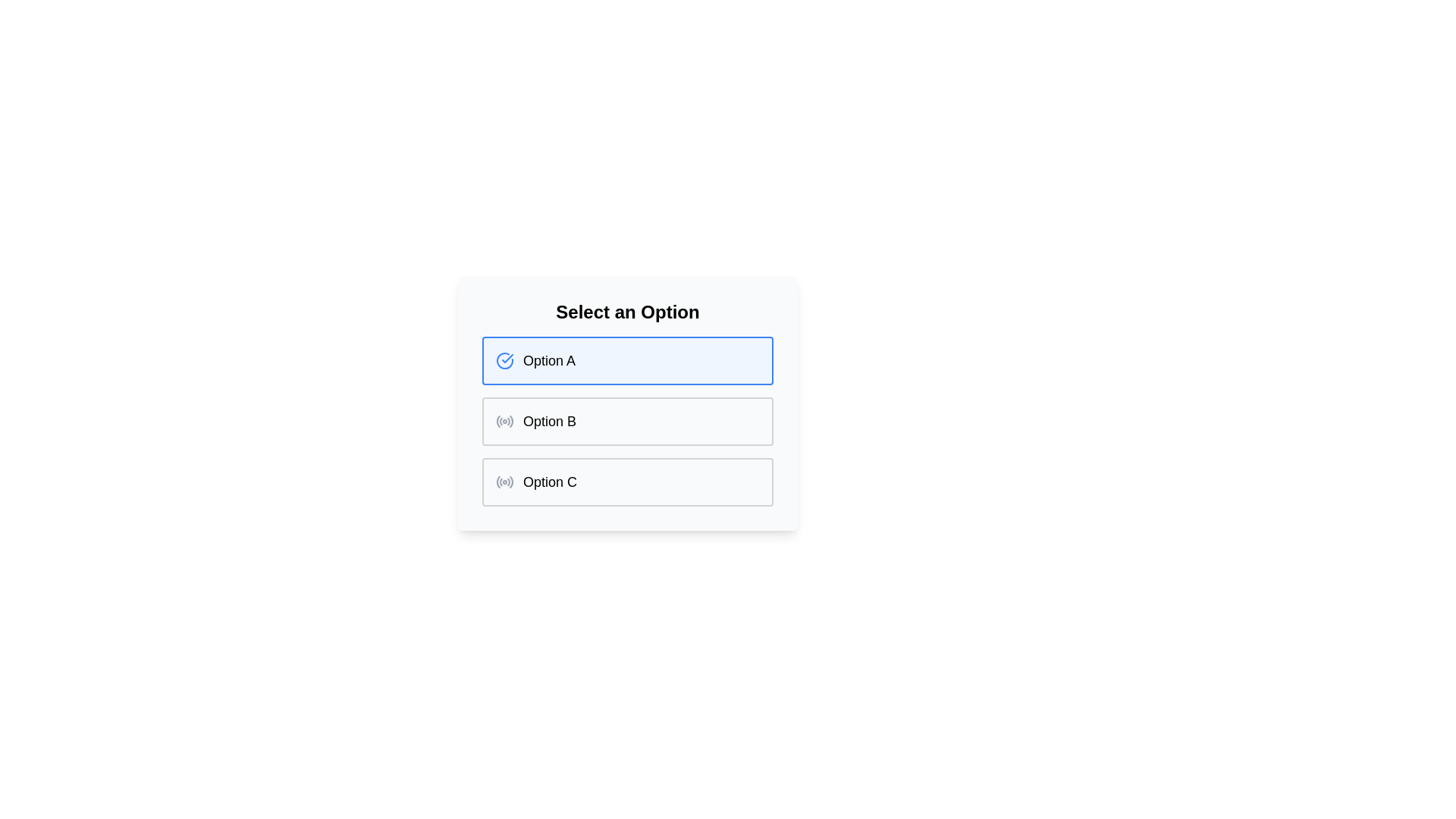  What do you see at coordinates (628, 421) in the screenshot?
I see `the 'Option B' radio button` at bounding box center [628, 421].